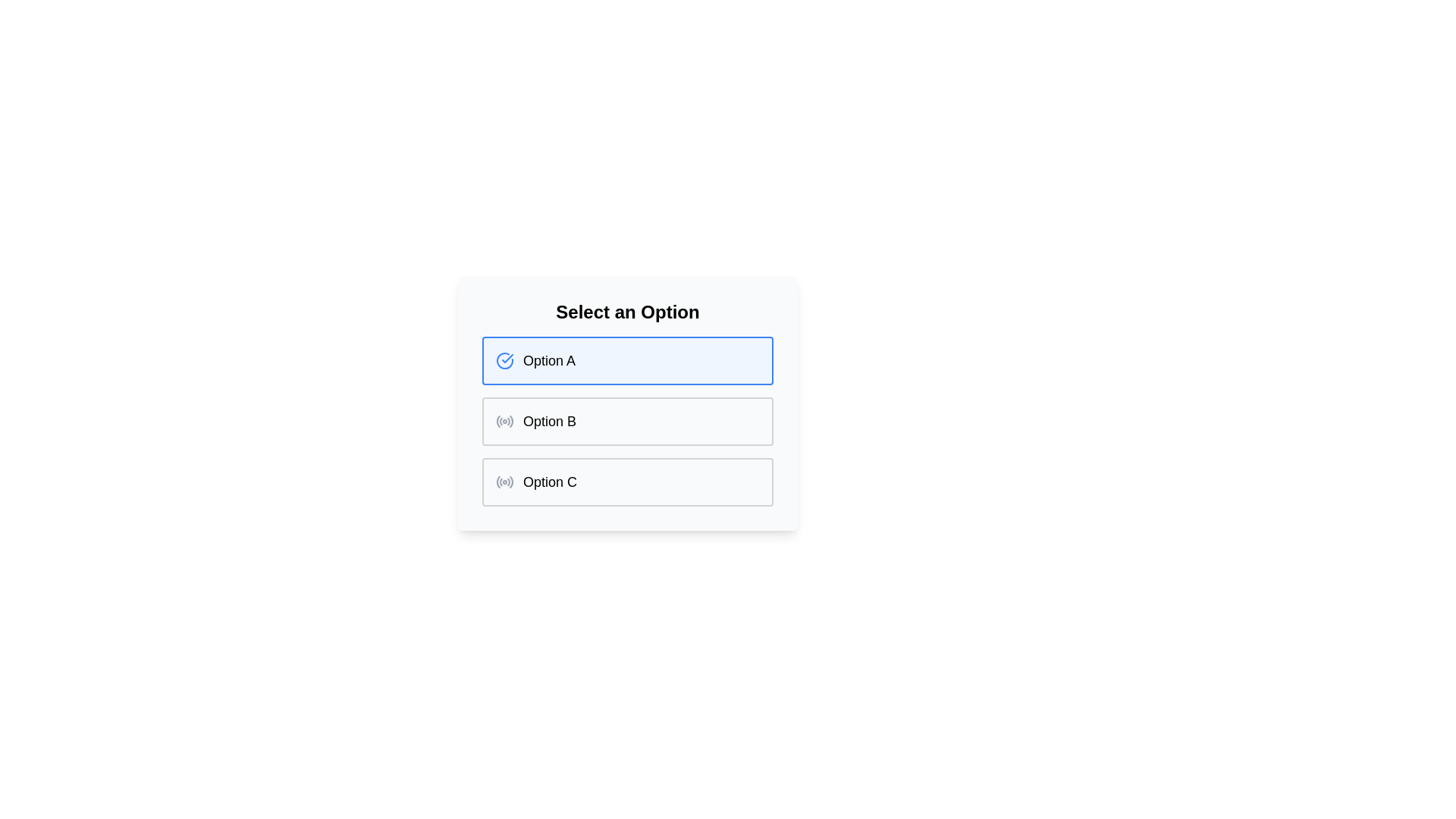  What do you see at coordinates (628, 421) in the screenshot?
I see `the 'Option B' radio button` at bounding box center [628, 421].